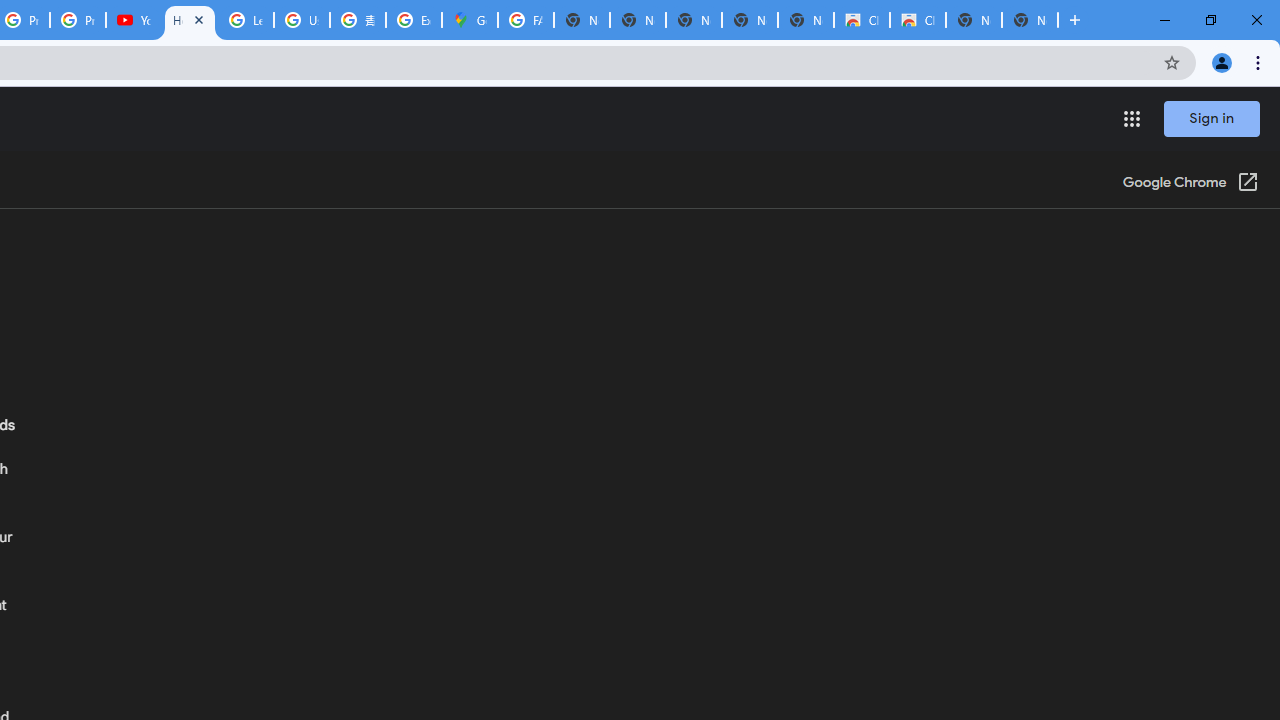  What do you see at coordinates (862, 20) in the screenshot?
I see `'Classic Blue - Chrome Web Store'` at bounding box center [862, 20].